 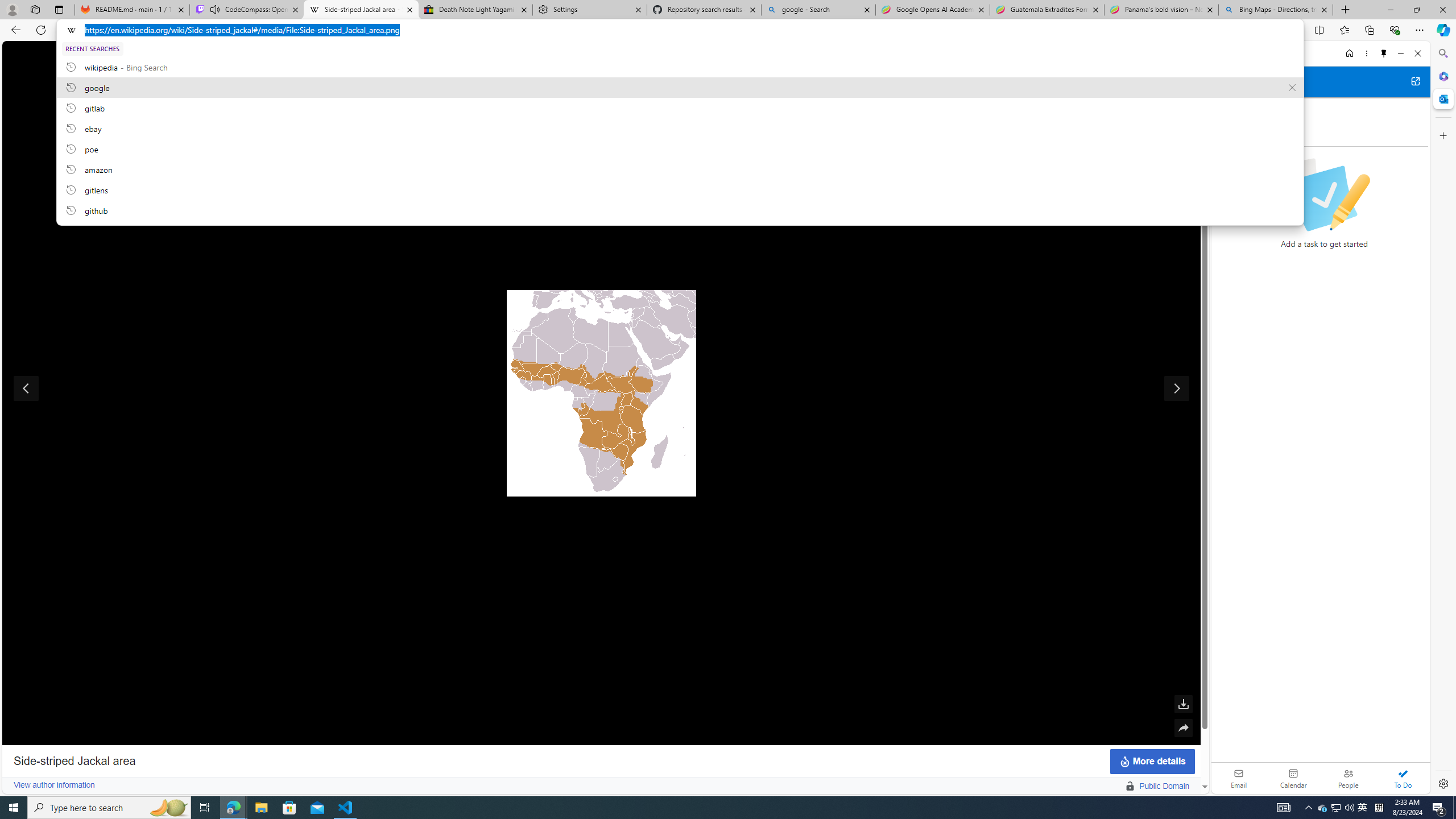 What do you see at coordinates (215, 9) in the screenshot?
I see `'Mute tab'` at bounding box center [215, 9].